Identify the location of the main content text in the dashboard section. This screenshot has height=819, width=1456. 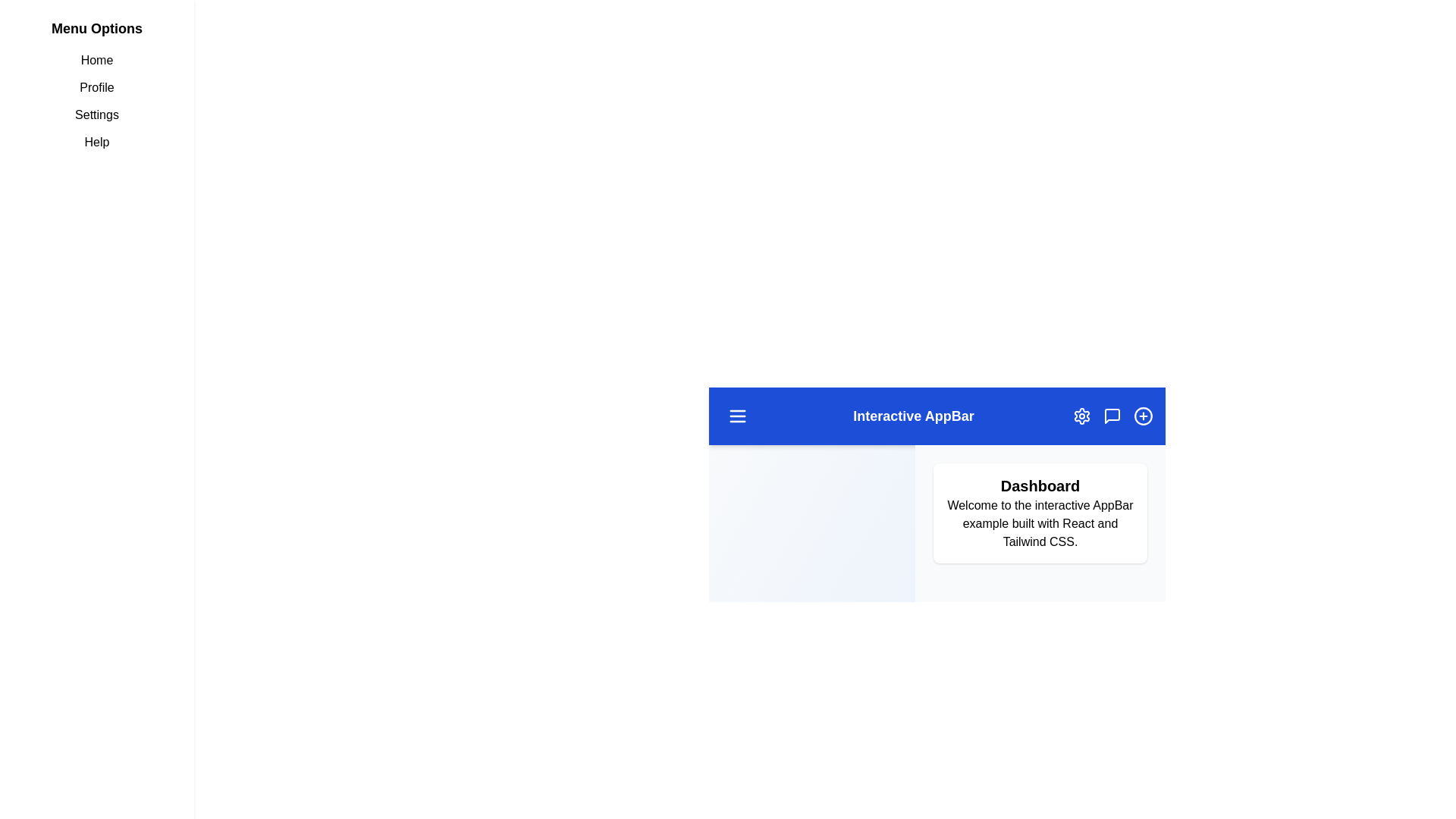
(1040, 522).